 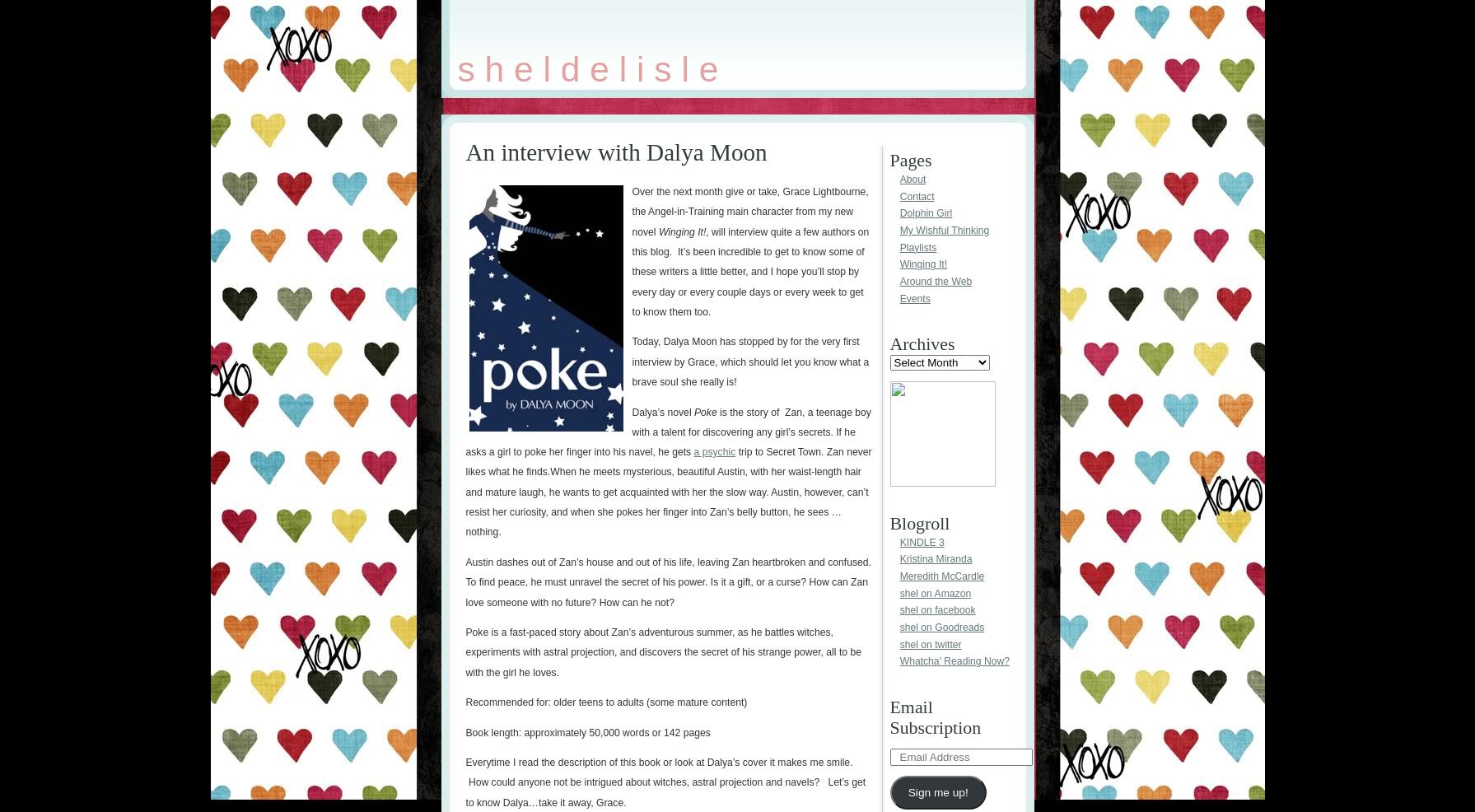 I want to click on 'Book length: approximately 50,000 words or 142 pages', so click(x=587, y=730).